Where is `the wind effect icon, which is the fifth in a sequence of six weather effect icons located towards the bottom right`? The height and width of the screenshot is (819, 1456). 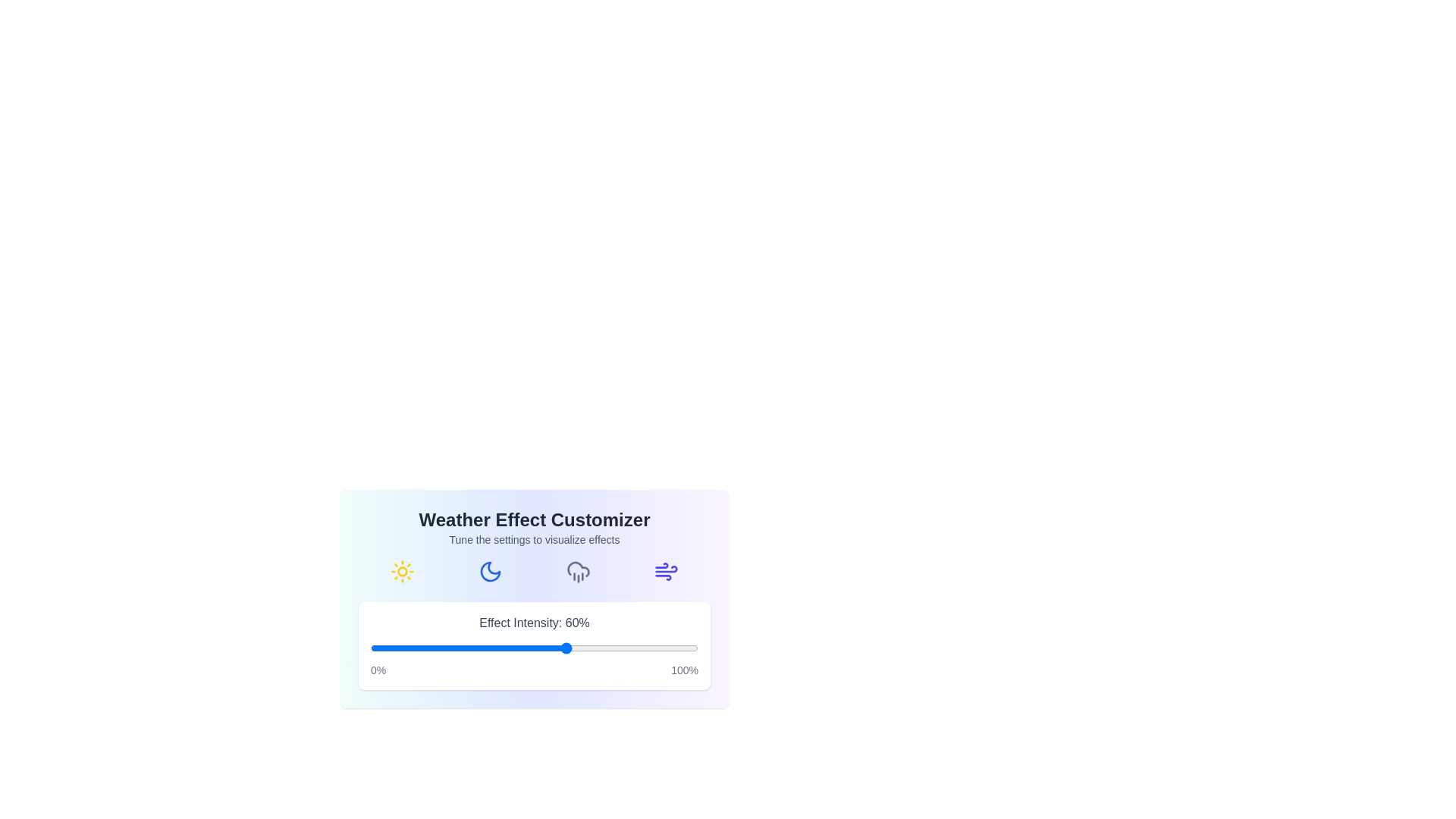
the wind effect icon, which is the fifth in a sequence of six weather effect icons located towards the bottom right is located at coordinates (666, 571).